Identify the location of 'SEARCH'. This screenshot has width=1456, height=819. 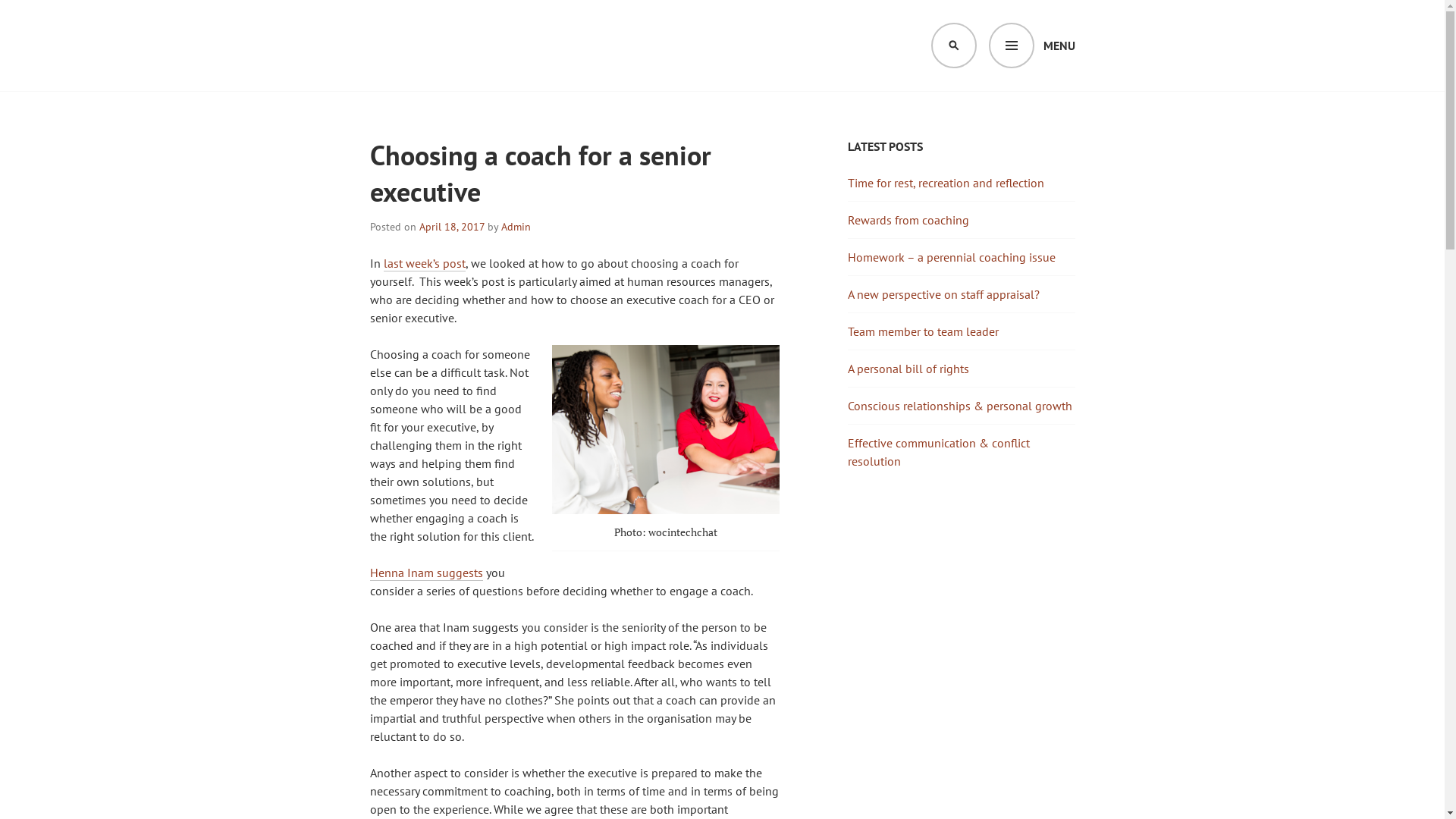
(930, 45).